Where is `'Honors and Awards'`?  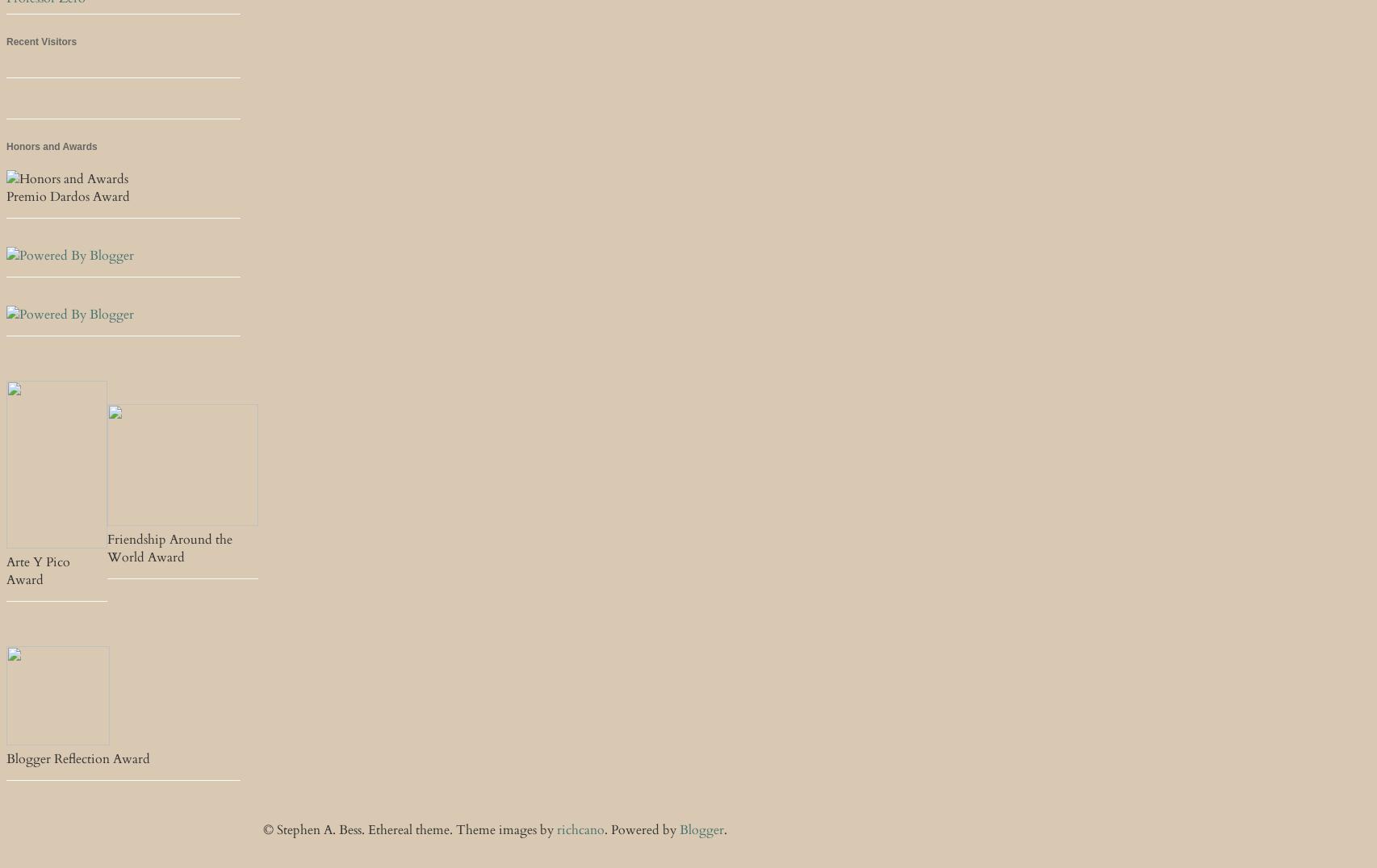
'Honors and Awards' is located at coordinates (51, 145).